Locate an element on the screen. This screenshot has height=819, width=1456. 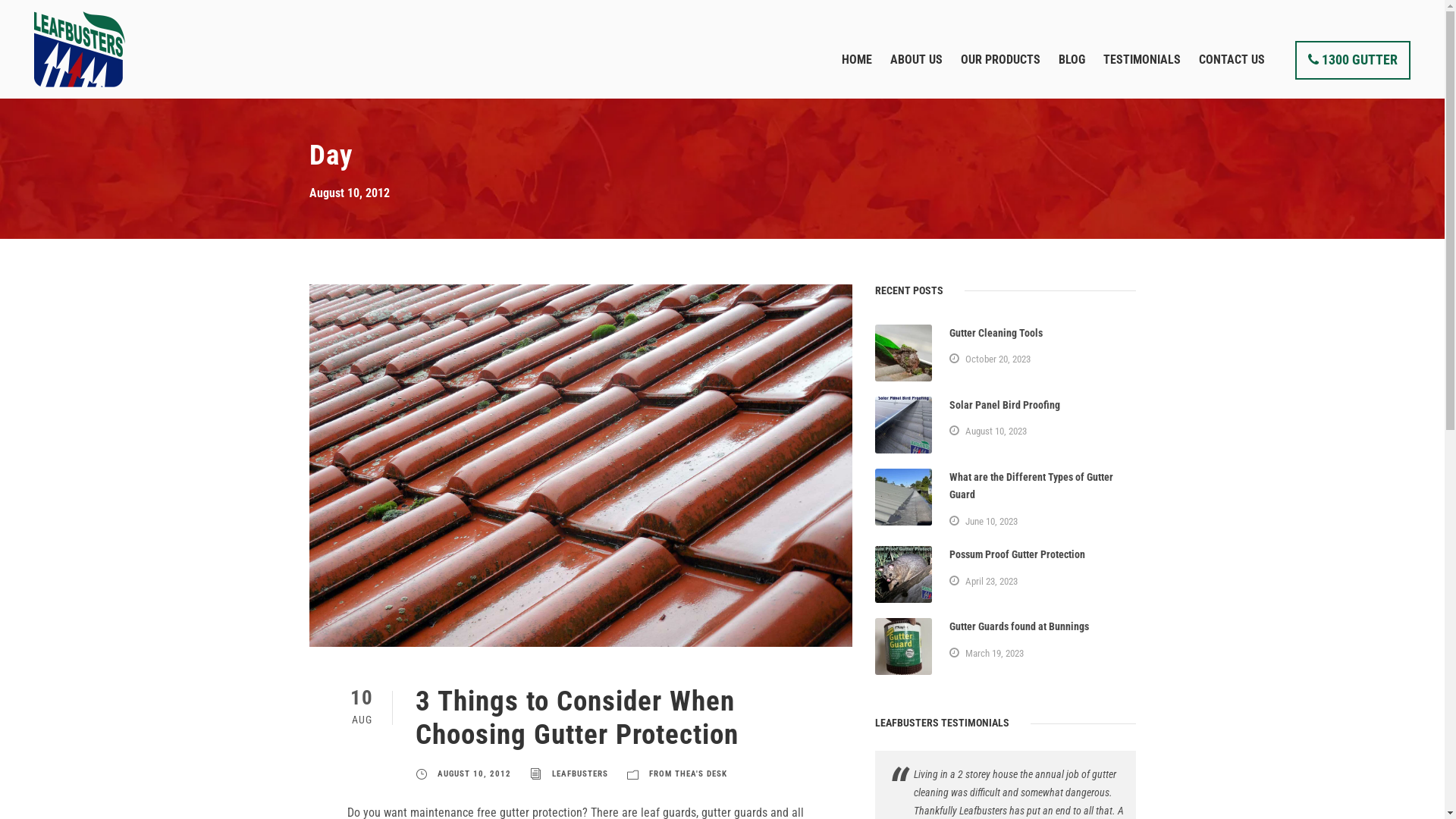
'CONTACT US' is located at coordinates (1232, 74).